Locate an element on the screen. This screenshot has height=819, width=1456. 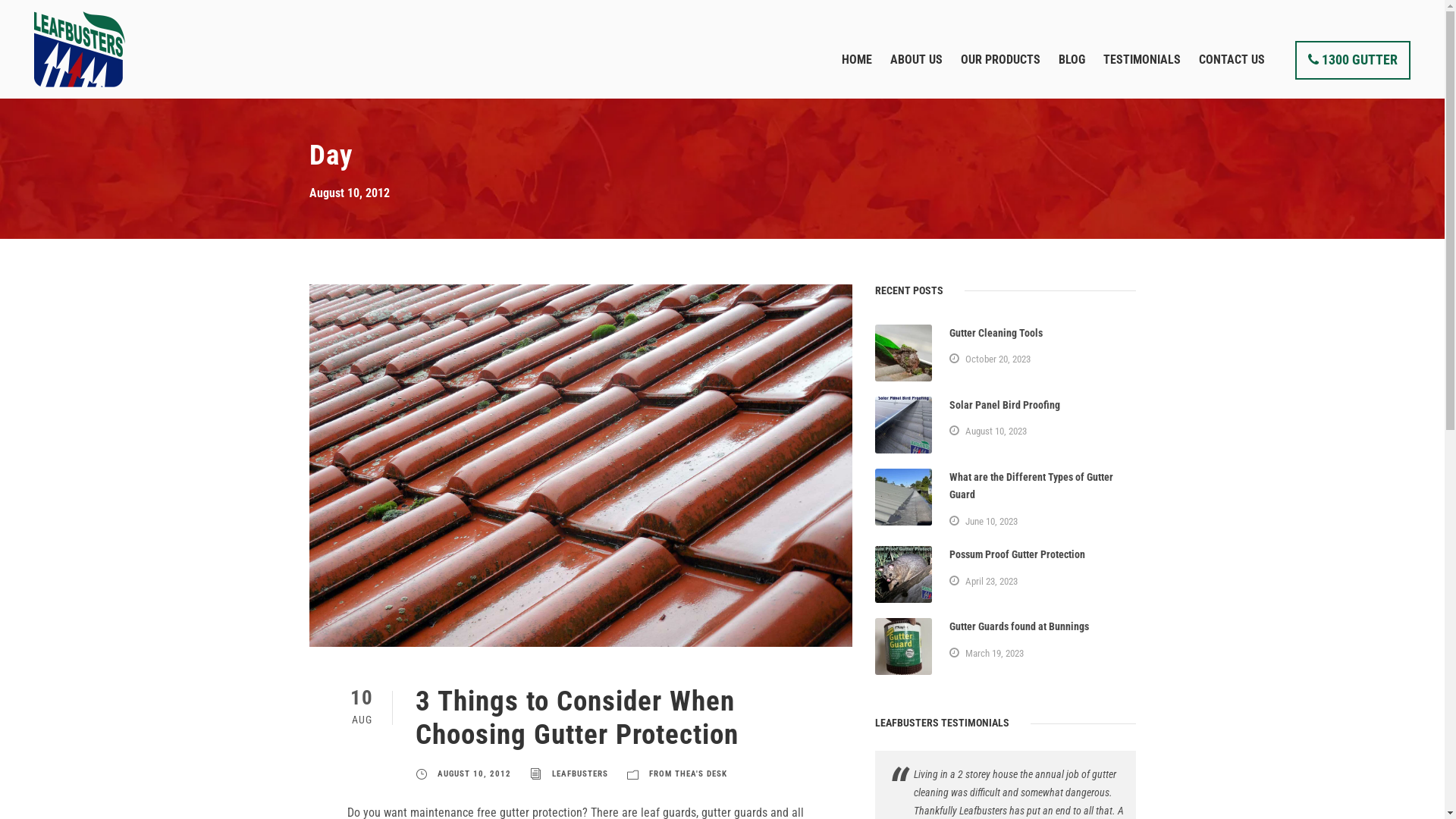
'CONTACT US' is located at coordinates (1232, 74).